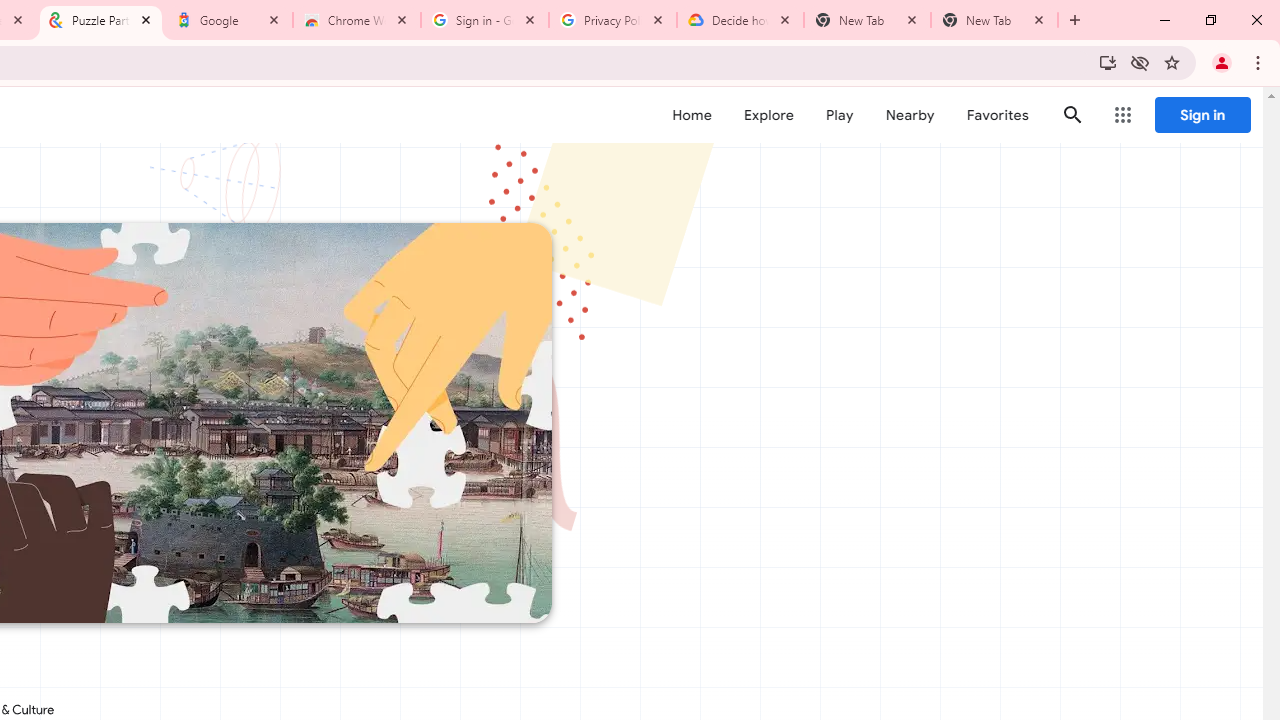  What do you see at coordinates (840, 115) in the screenshot?
I see `'Play'` at bounding box center [840, 115].